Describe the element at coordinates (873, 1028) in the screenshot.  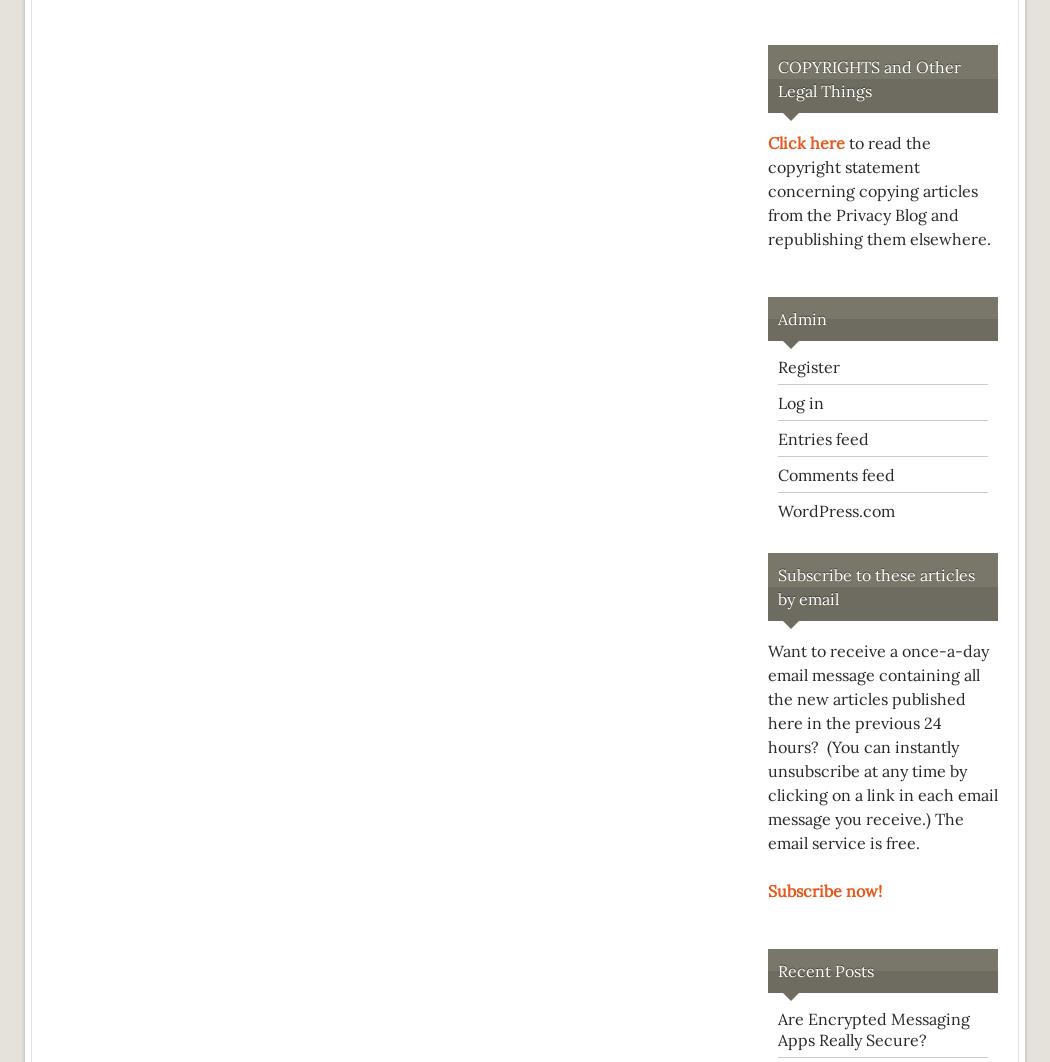
I see `'Are Encrypted Messaging Apps Really Secure?'` at that location.